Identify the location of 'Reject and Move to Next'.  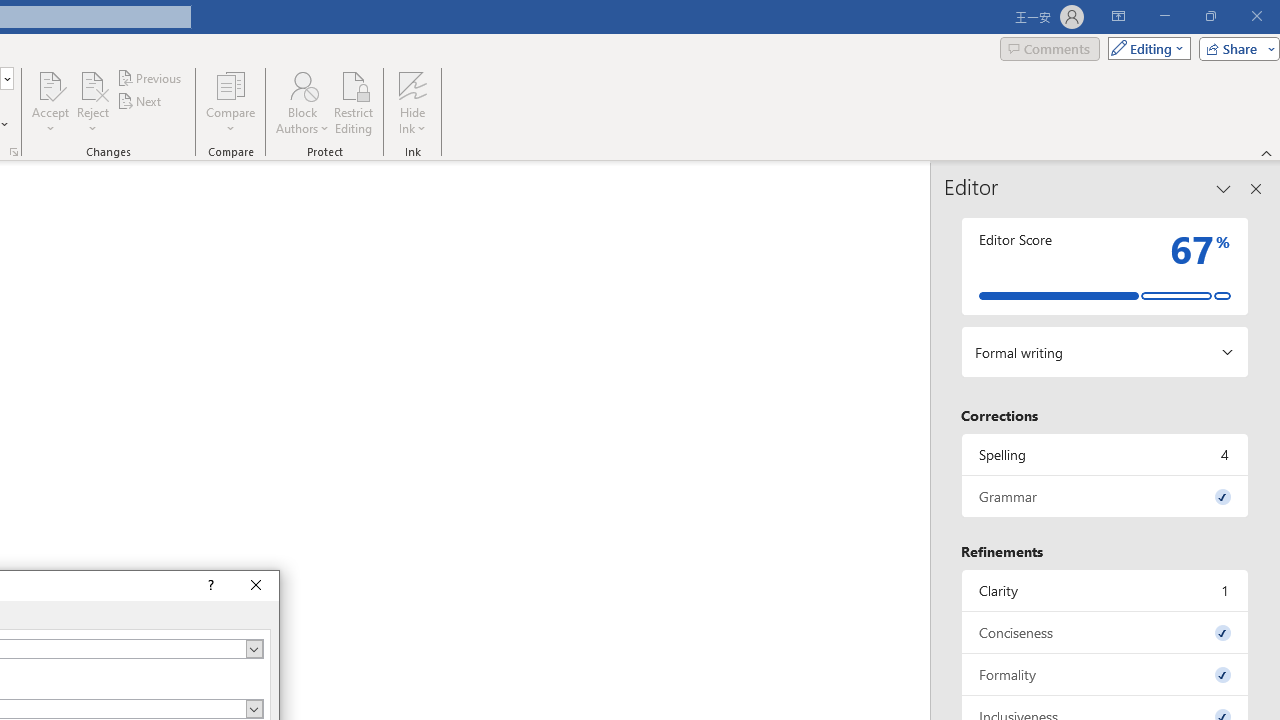
(91, 84).